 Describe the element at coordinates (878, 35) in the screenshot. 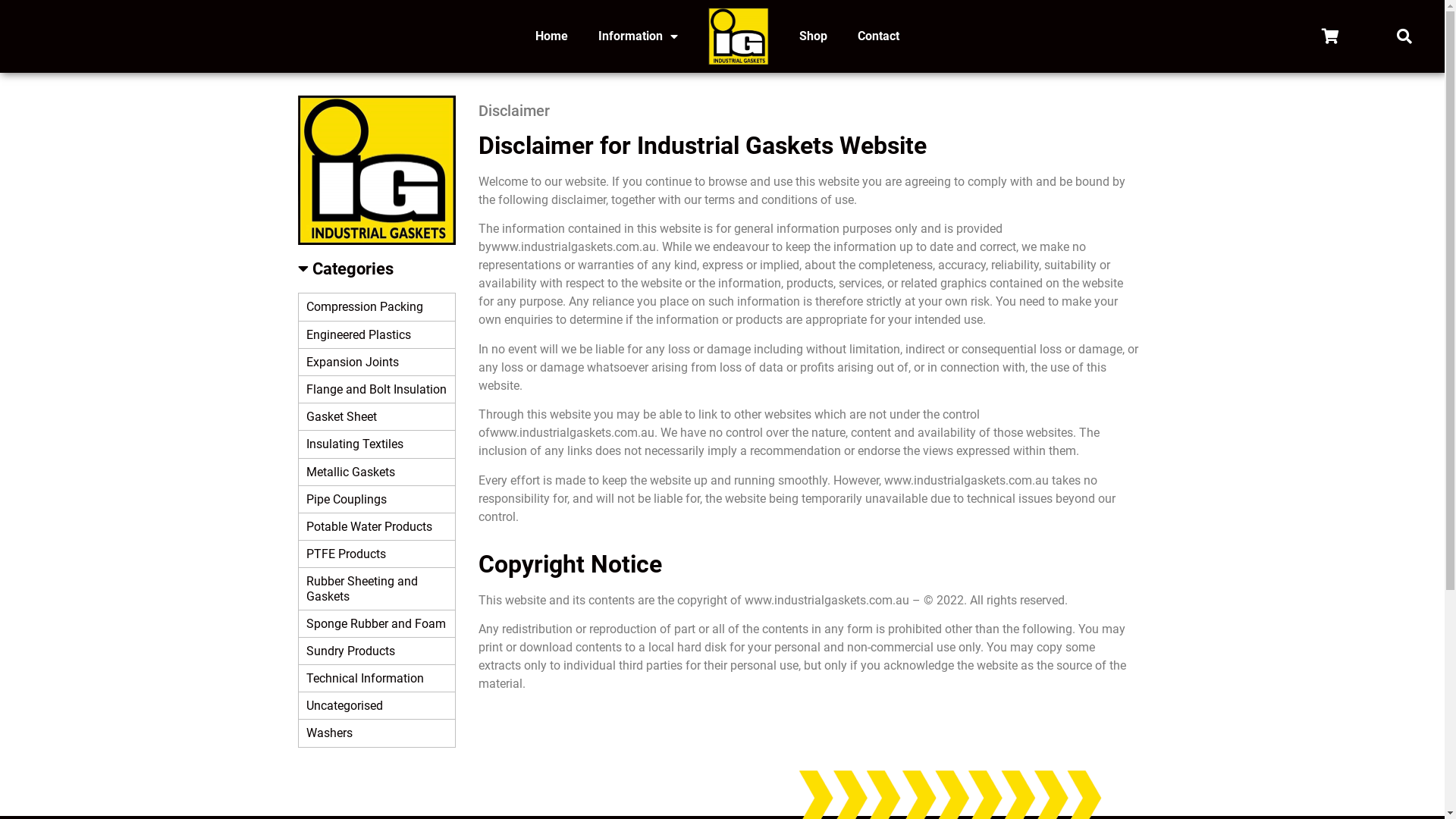

I see `'Contact'` at that location.